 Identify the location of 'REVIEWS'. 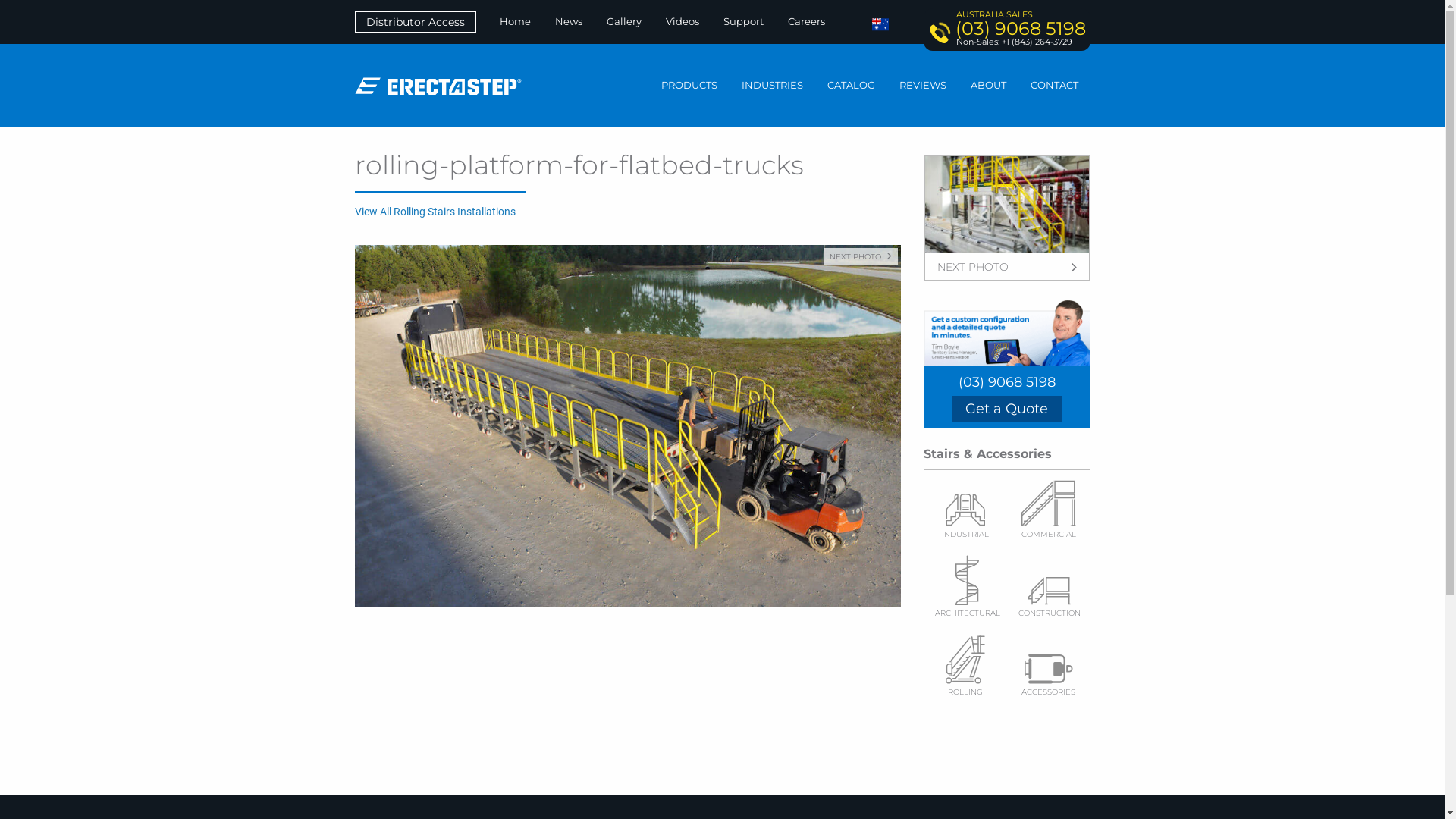
(922, 85).